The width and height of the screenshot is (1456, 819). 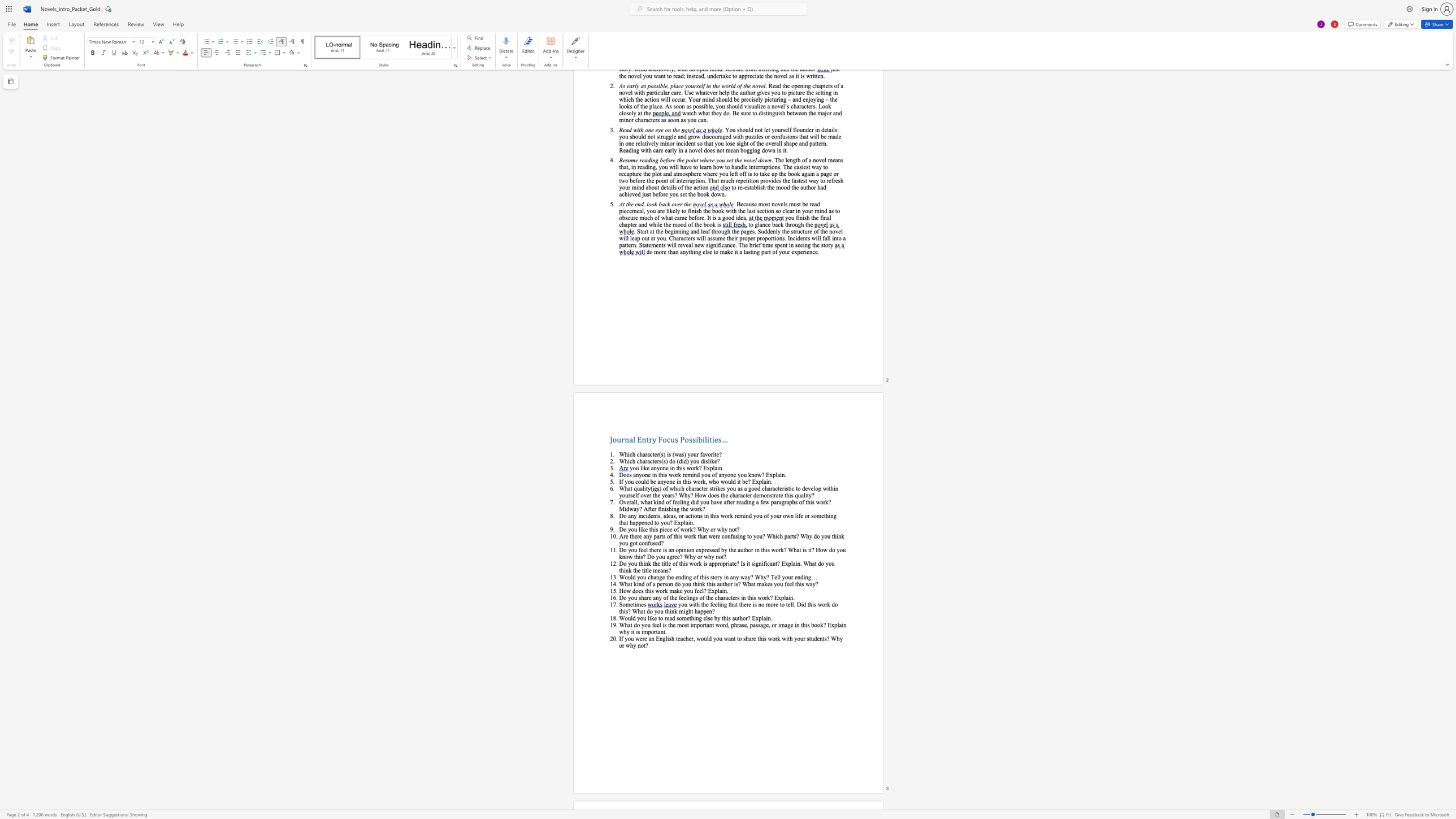 I want to click on the subset text "k mak" within the text "How does this work make you feel? Explain.", so click(x=664, y=590).